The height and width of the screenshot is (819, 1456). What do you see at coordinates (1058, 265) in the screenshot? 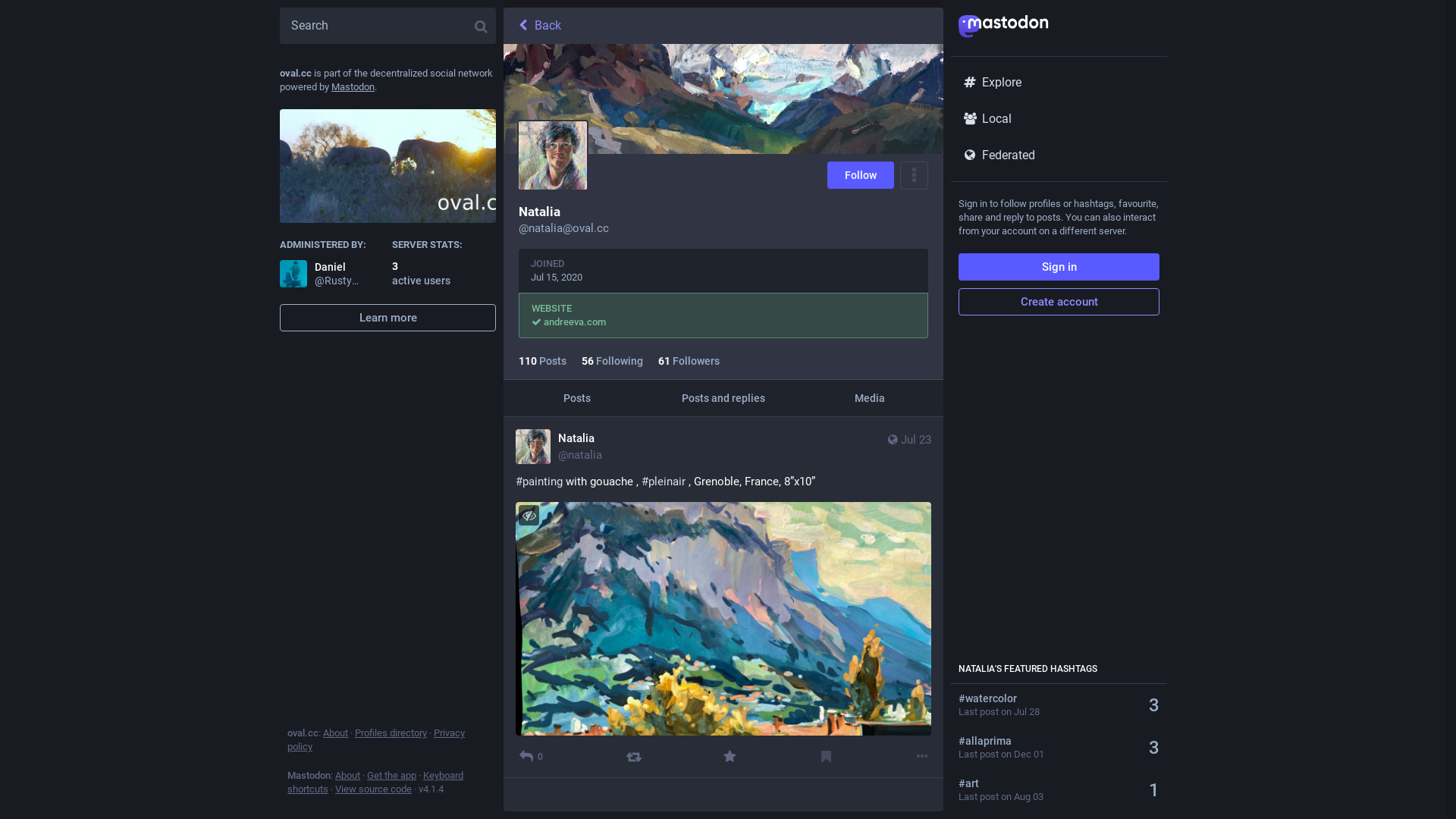
I see `'Sign in'` at bounding box center [1058, 265].